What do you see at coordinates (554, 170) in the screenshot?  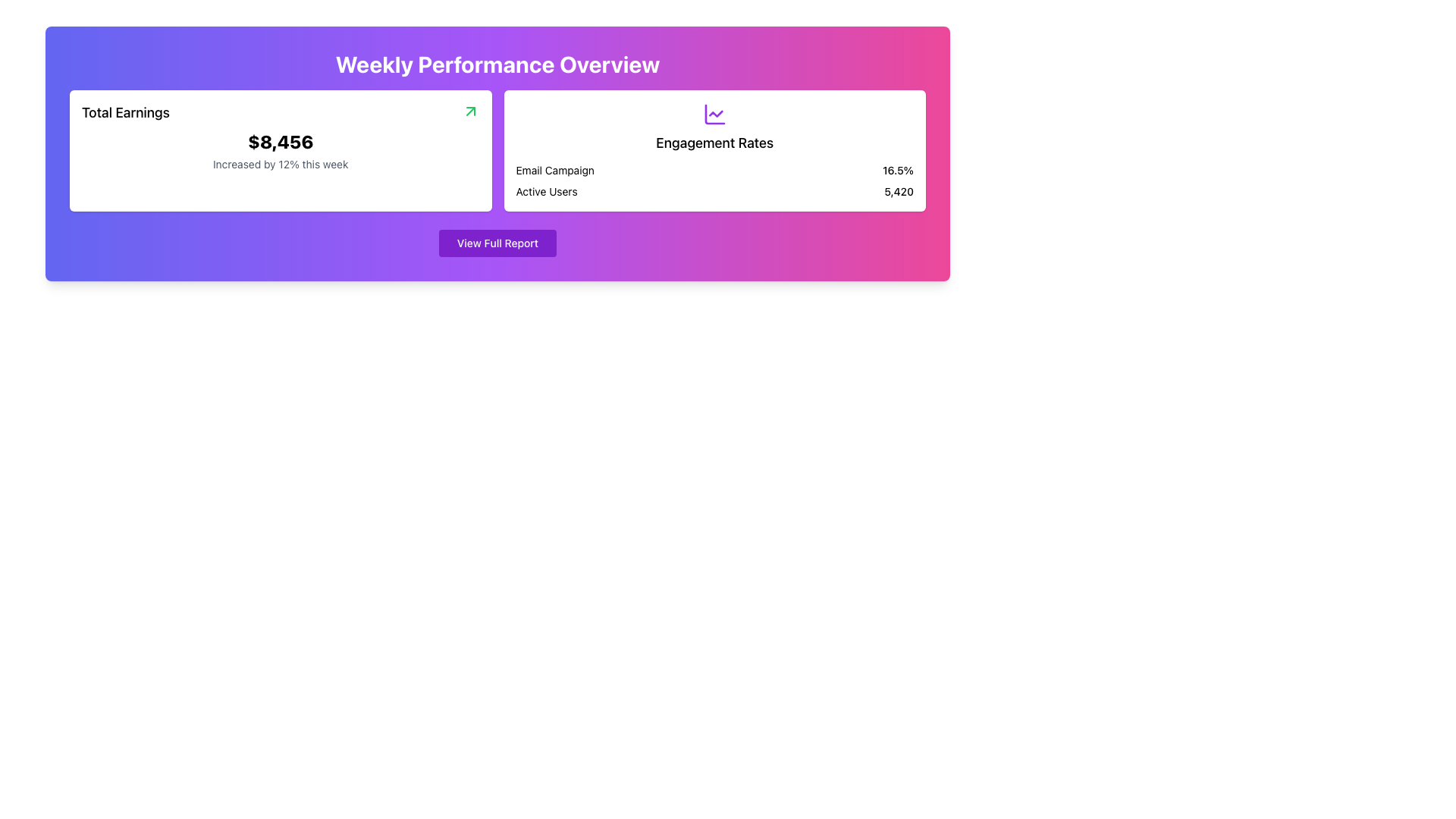 I see `the Text Label that indicates the associated data for email campaigns, located in the 'Engagement Rates' section on the right panel, positioned left of the percentage value '16.5%.'` at bounding box center [554, 170].